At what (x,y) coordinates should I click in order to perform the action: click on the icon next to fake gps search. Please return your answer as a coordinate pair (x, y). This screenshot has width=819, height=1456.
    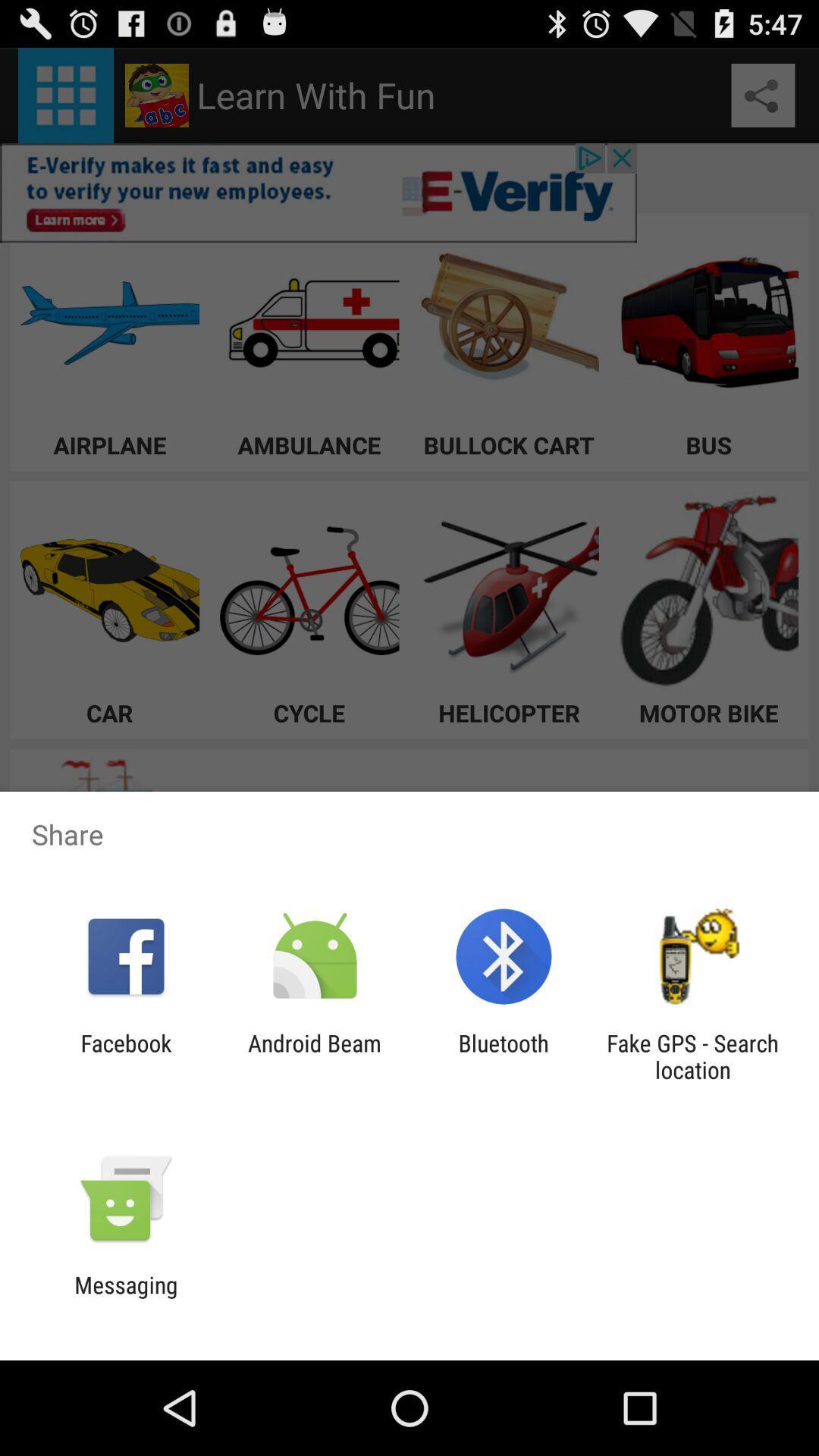
    Looking at the image, I should click on (504, 1056).